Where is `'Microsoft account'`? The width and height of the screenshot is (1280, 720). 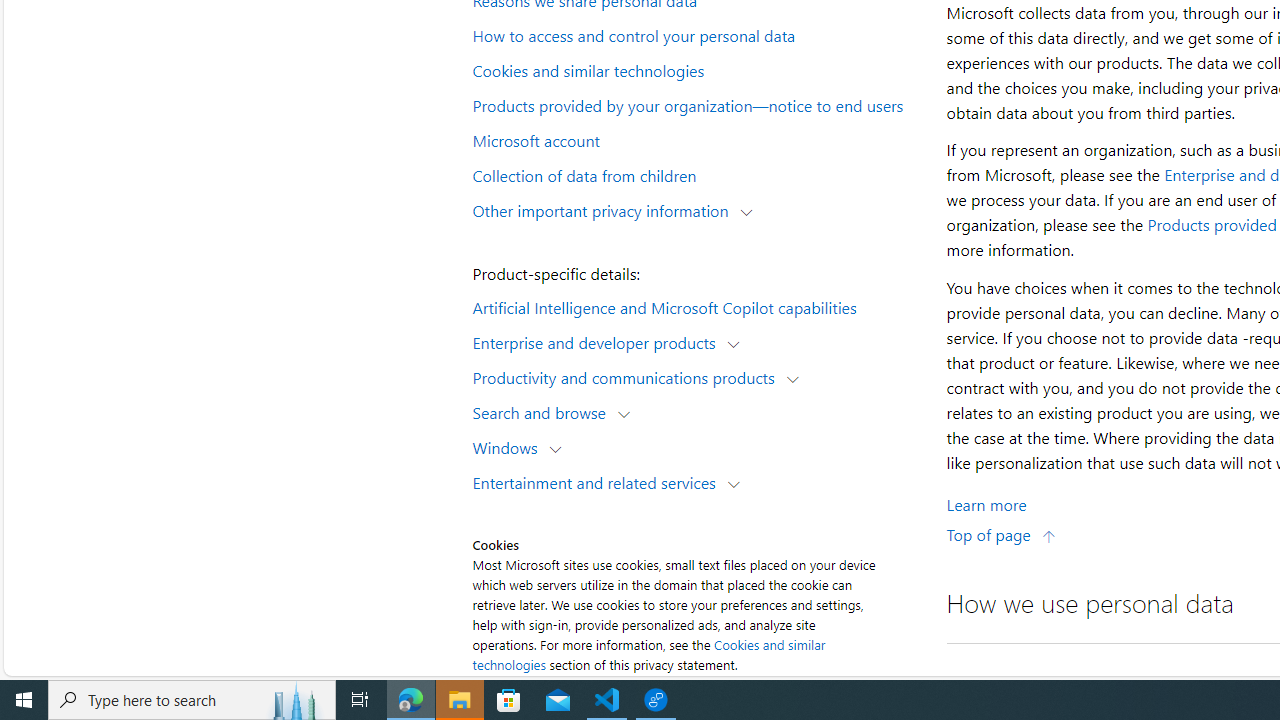 'Microsoft account' is located at coordinates (696, 138).